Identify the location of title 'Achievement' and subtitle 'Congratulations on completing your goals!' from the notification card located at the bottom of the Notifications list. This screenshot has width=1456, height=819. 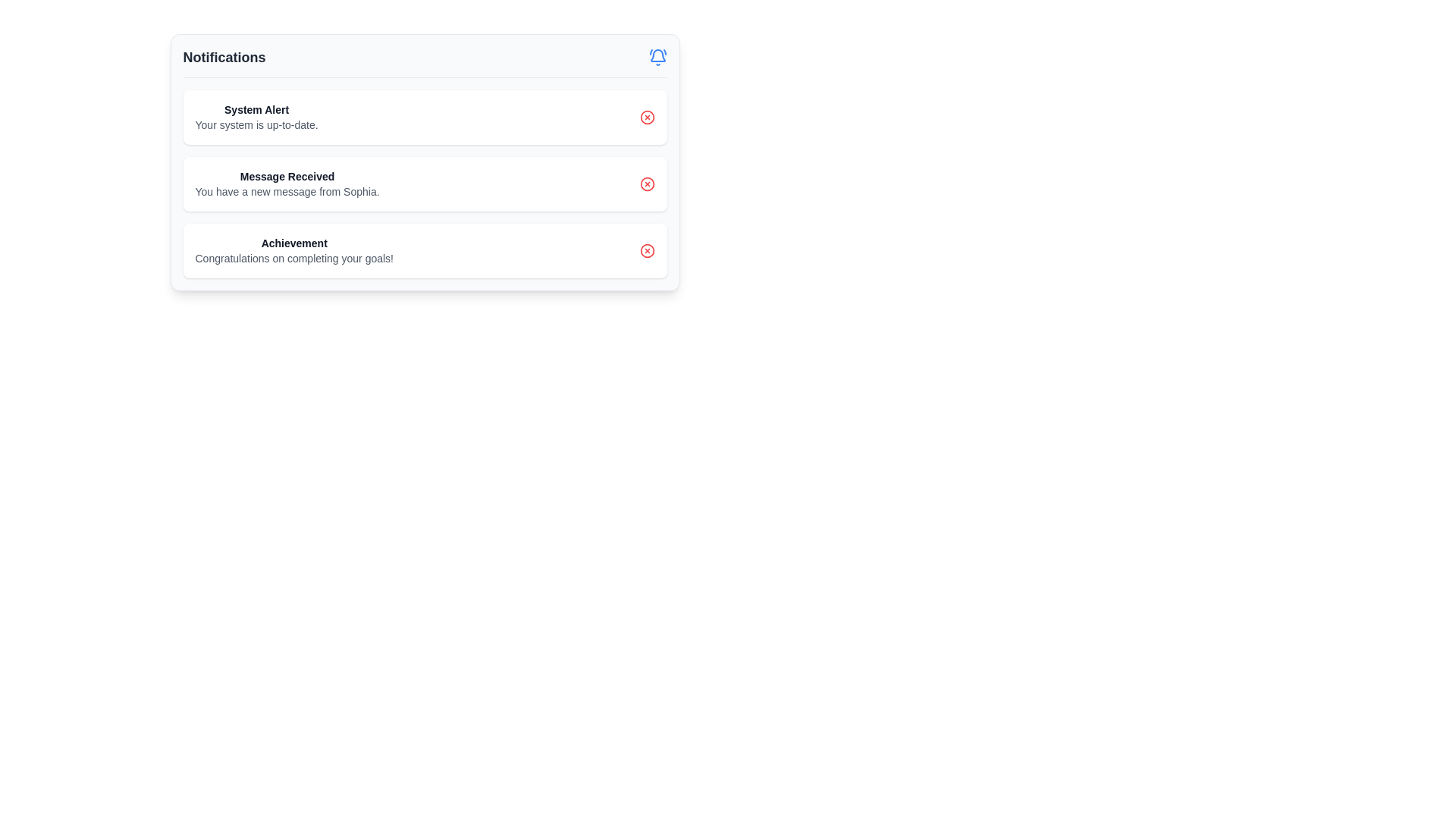
(425, 250).